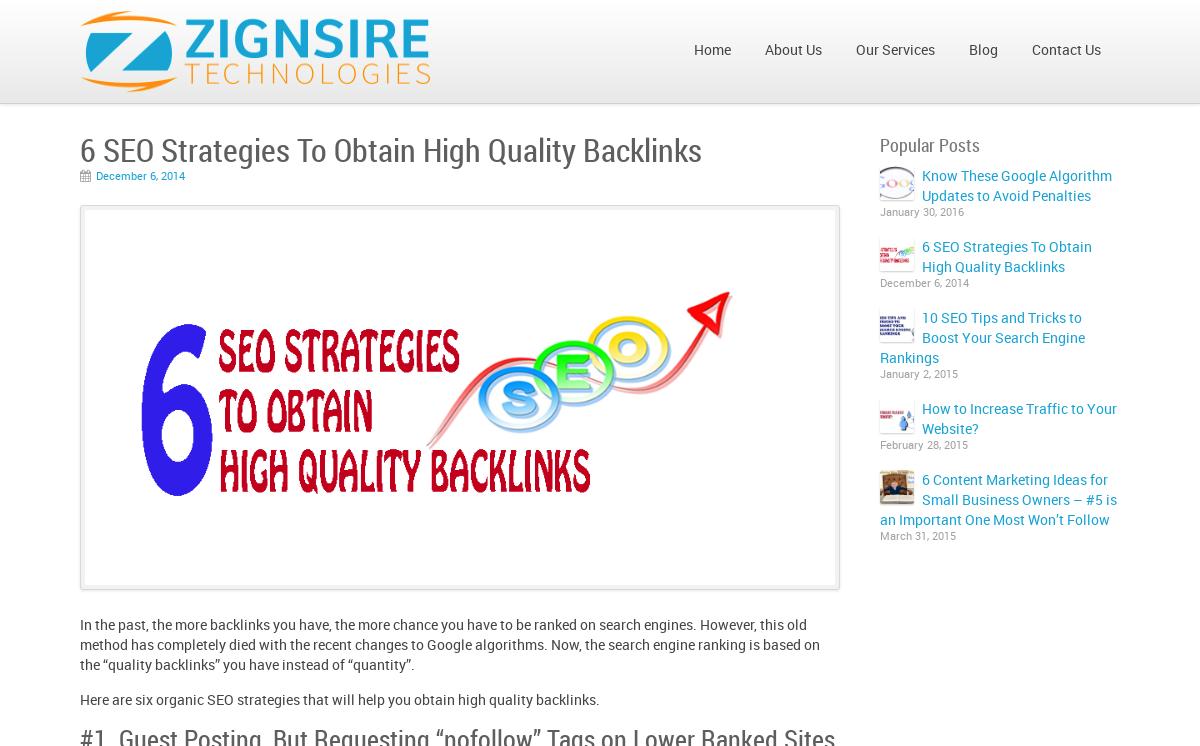  I want to click on '10 SEO Tips and Tricks to Boost Your Search Engine Rankings', so click(982, 336).